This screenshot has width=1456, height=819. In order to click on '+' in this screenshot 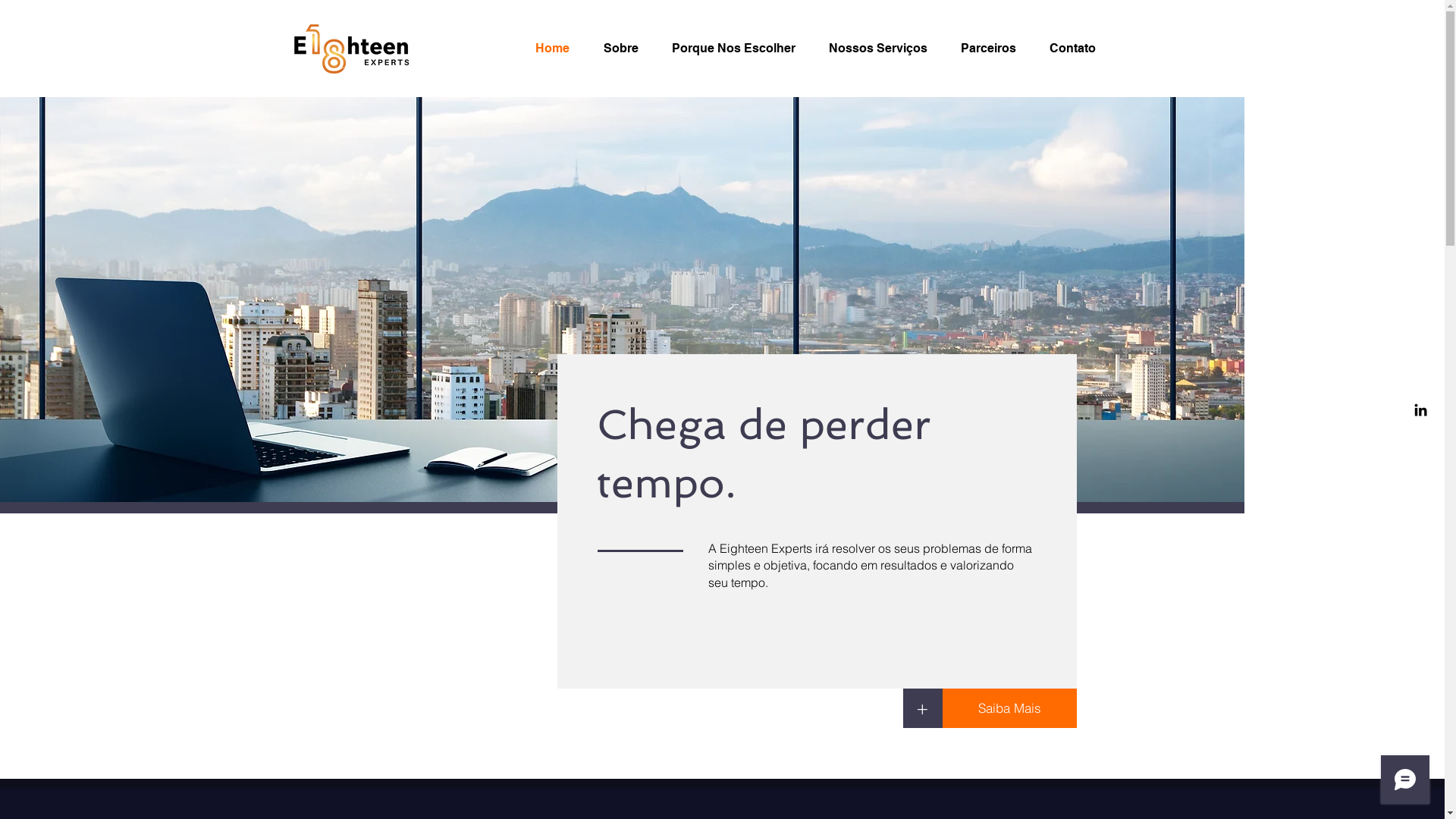, I will do `click(921, 708)`.